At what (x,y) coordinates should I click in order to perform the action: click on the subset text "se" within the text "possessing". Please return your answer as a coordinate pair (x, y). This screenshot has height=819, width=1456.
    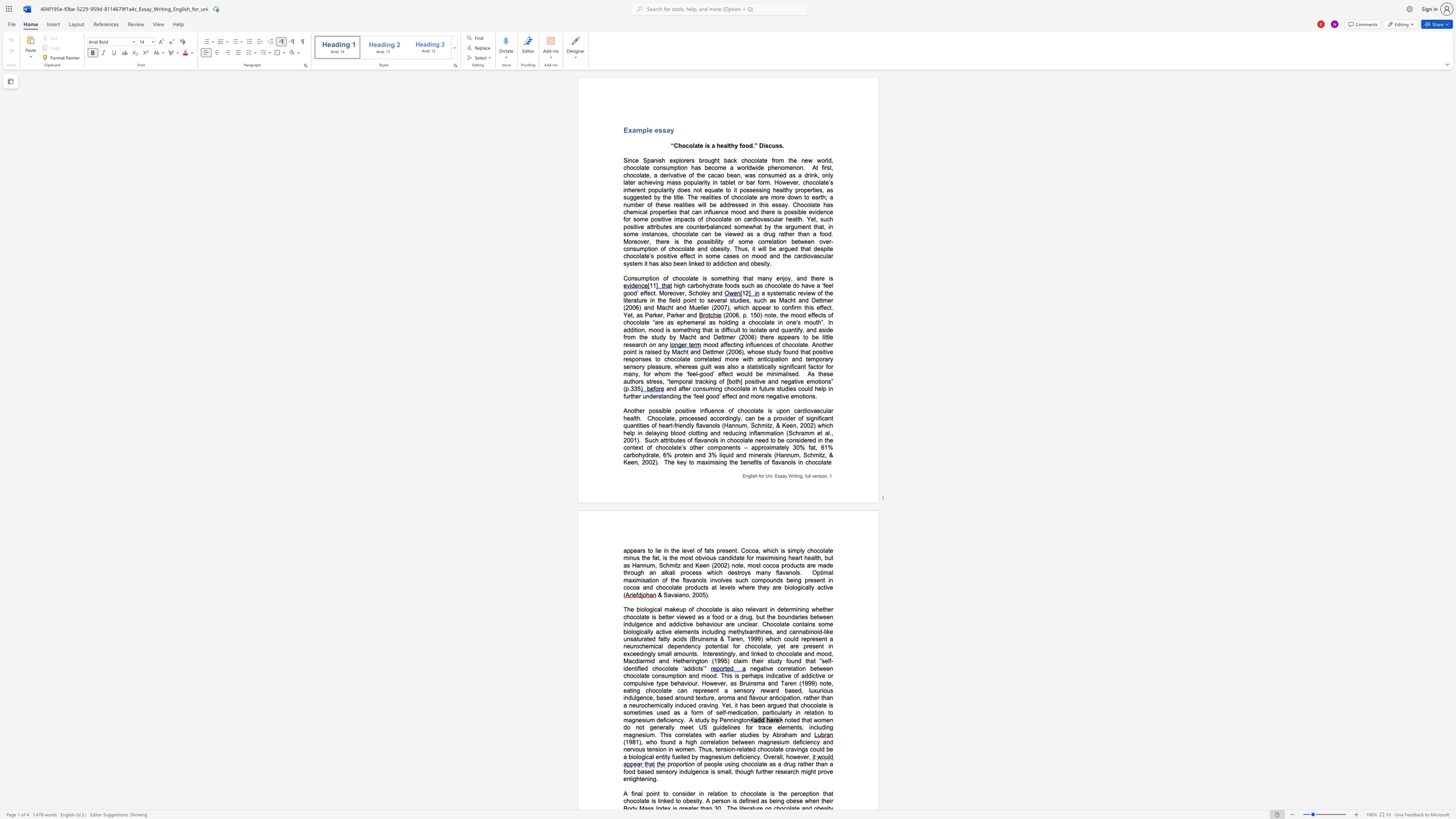
    Looking at the image, I should click on (749, 189).